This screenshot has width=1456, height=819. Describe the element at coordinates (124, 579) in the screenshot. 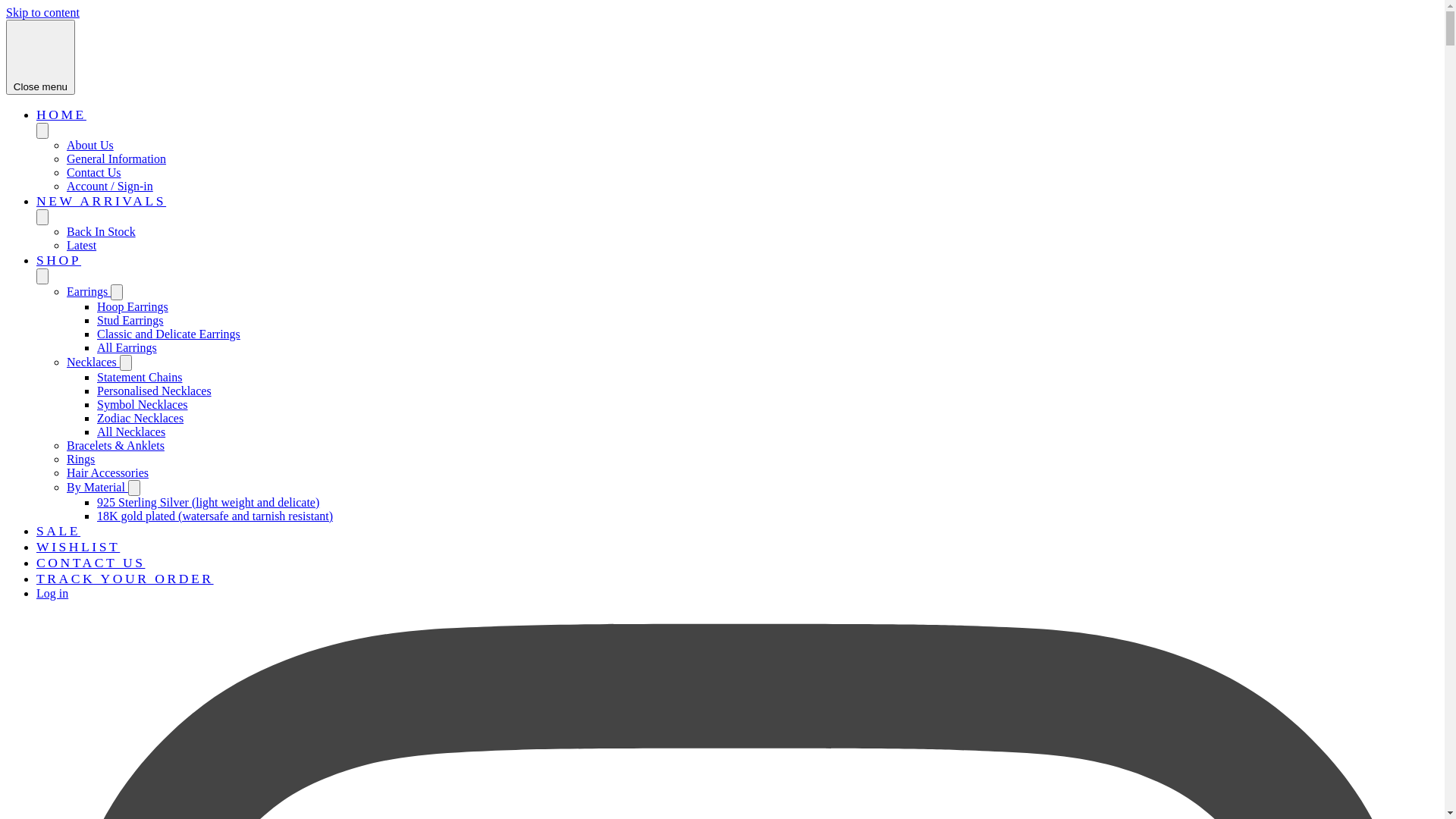

I see `'TRACK YOUR ORDER'` at that location.